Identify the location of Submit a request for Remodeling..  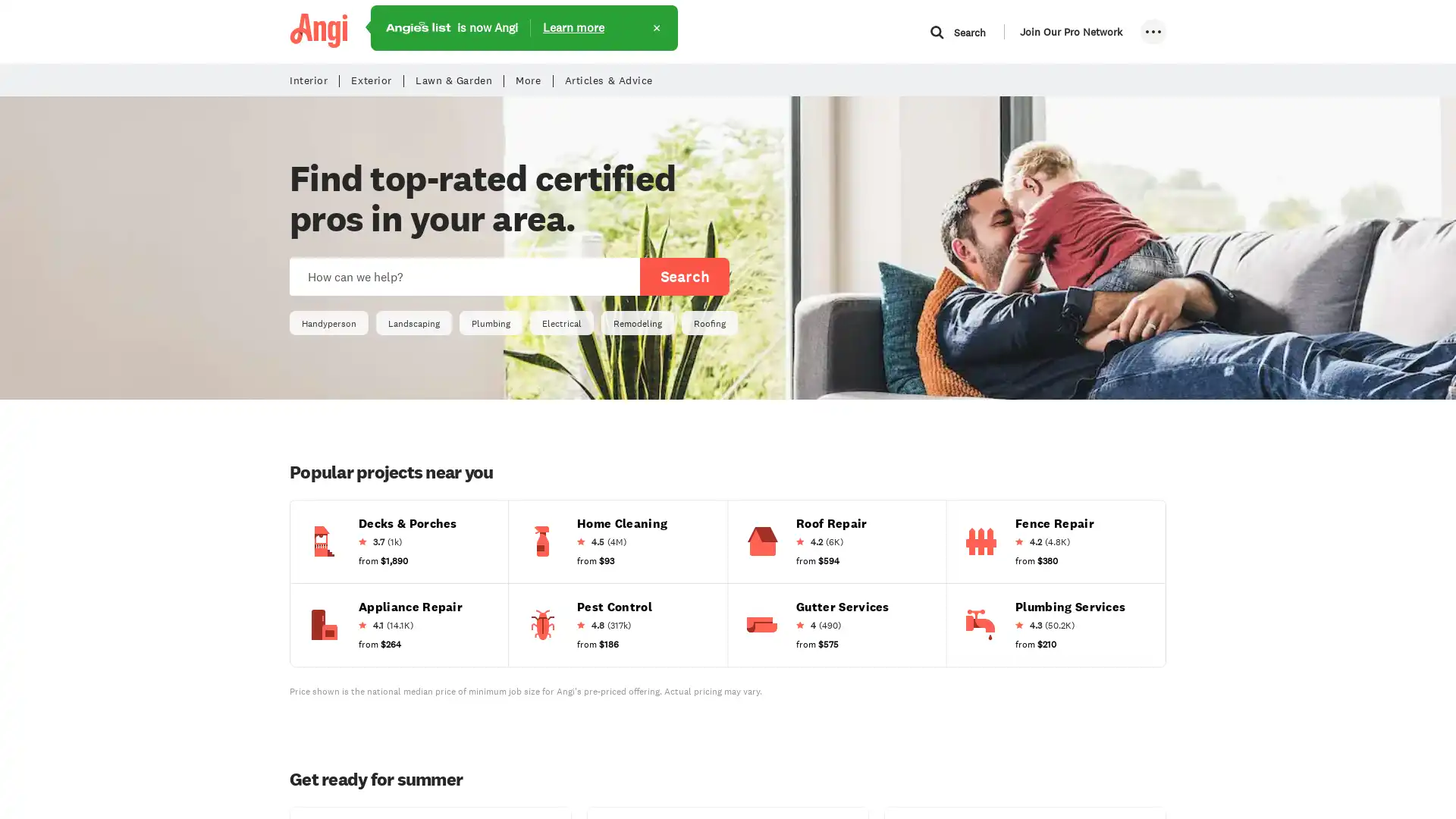
(637, 322).